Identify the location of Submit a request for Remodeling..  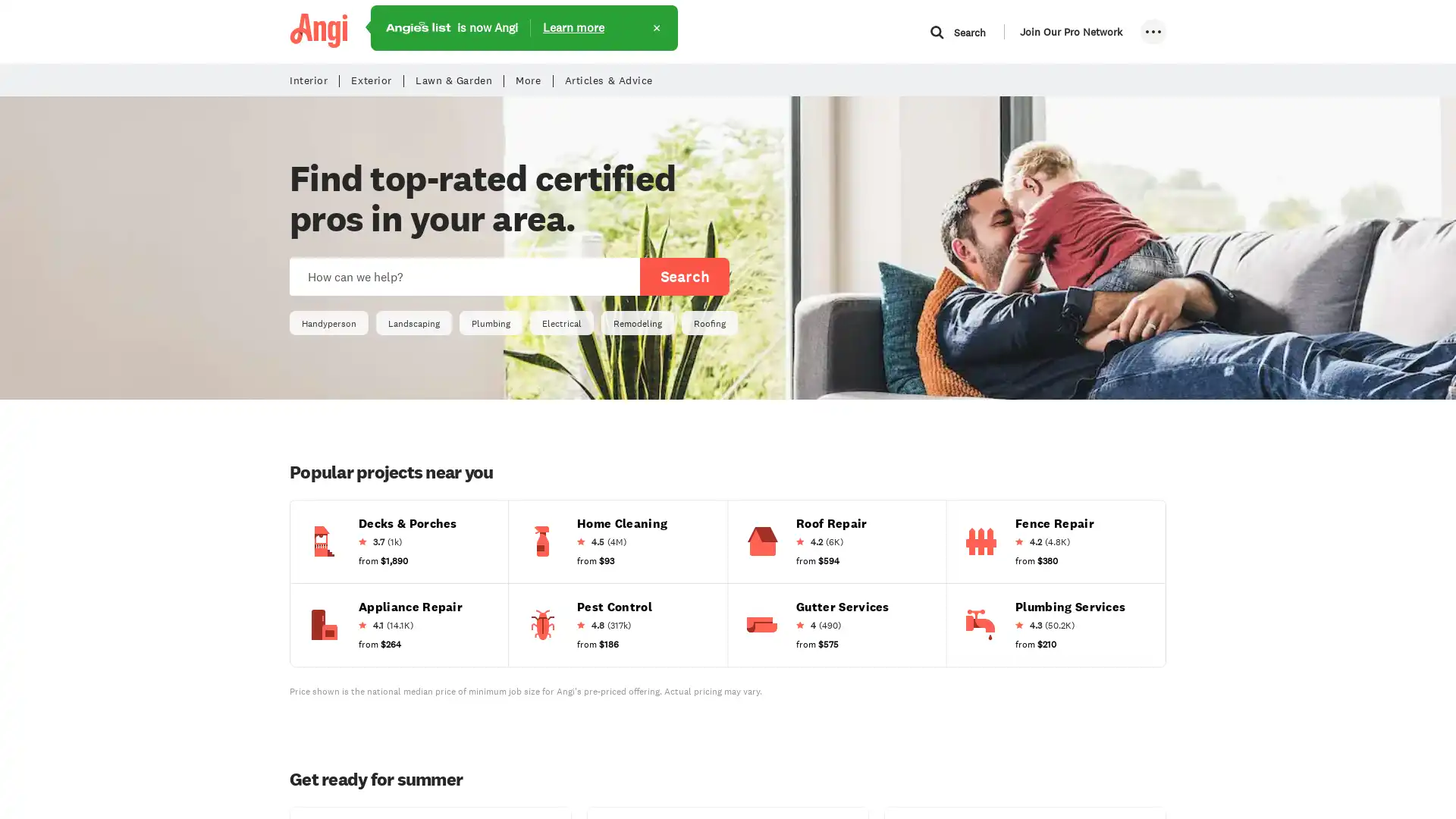
(637, 322).